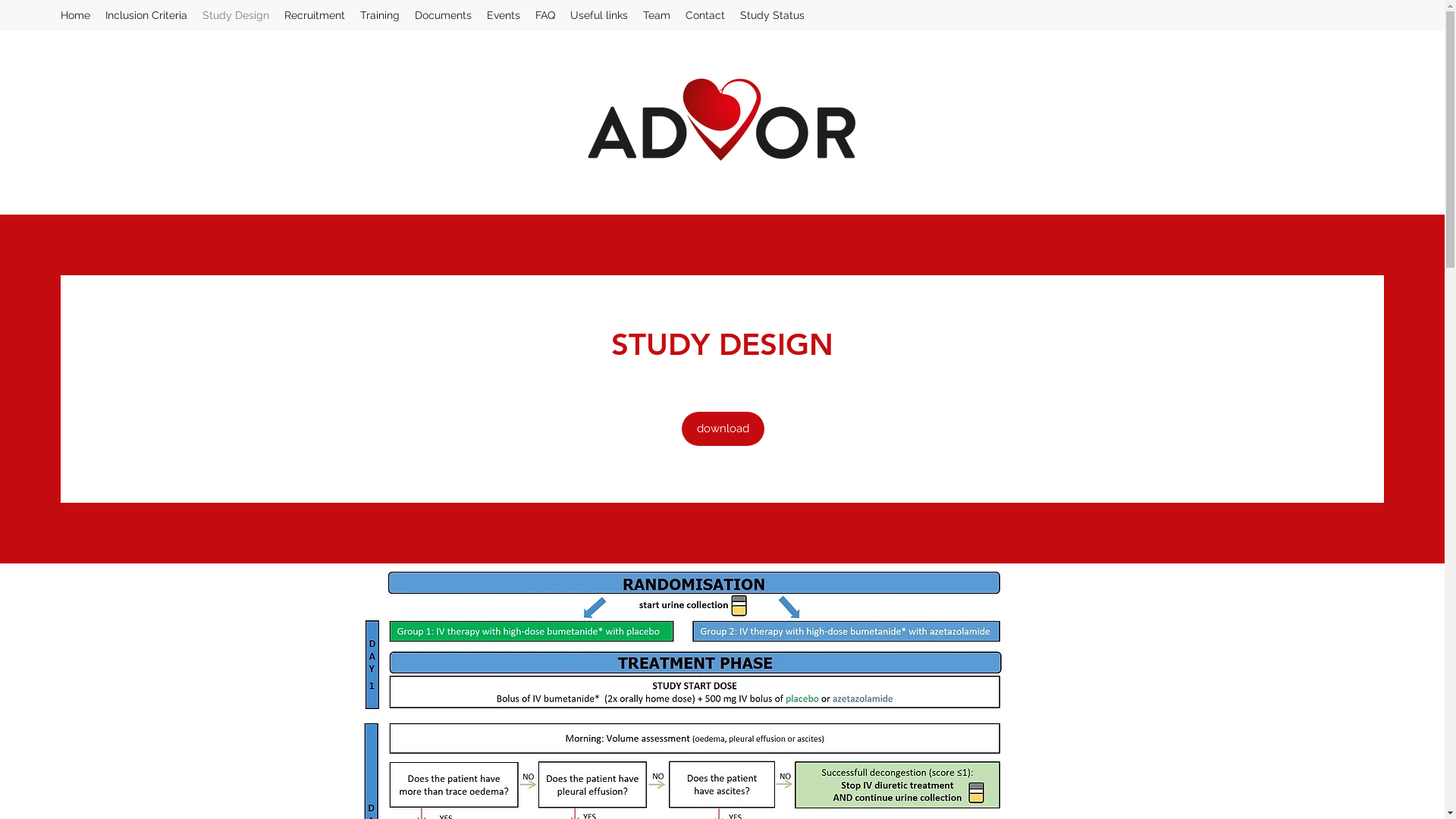 The width and height of the screenshot is (1456, 819). Describe the element at coordinates (562, 14) in the screenshot. I see `'Useful links'` at that location.